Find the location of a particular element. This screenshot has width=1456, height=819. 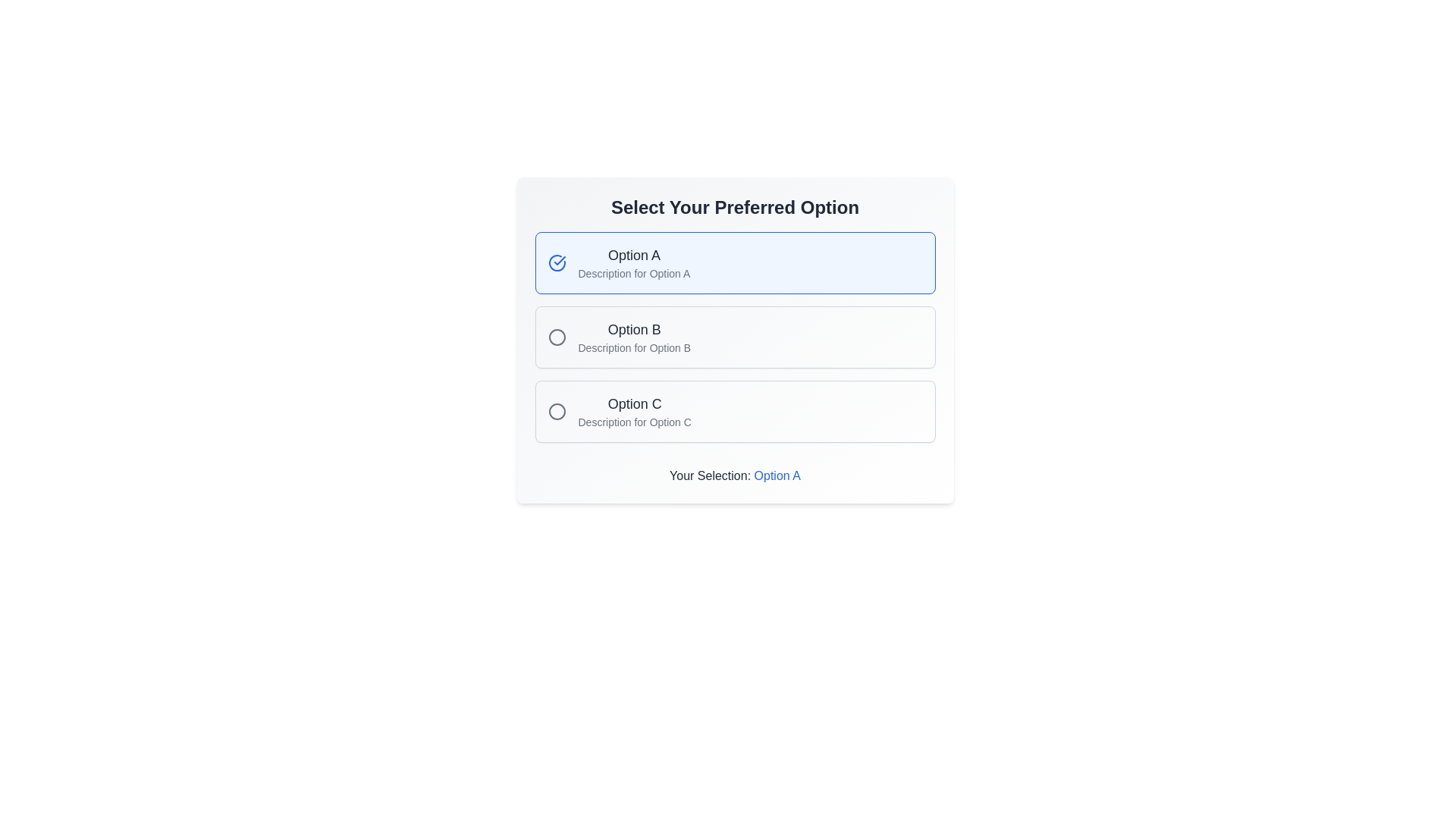

the second selection card labeled 'Option B' is located at coordinates (735, 336).